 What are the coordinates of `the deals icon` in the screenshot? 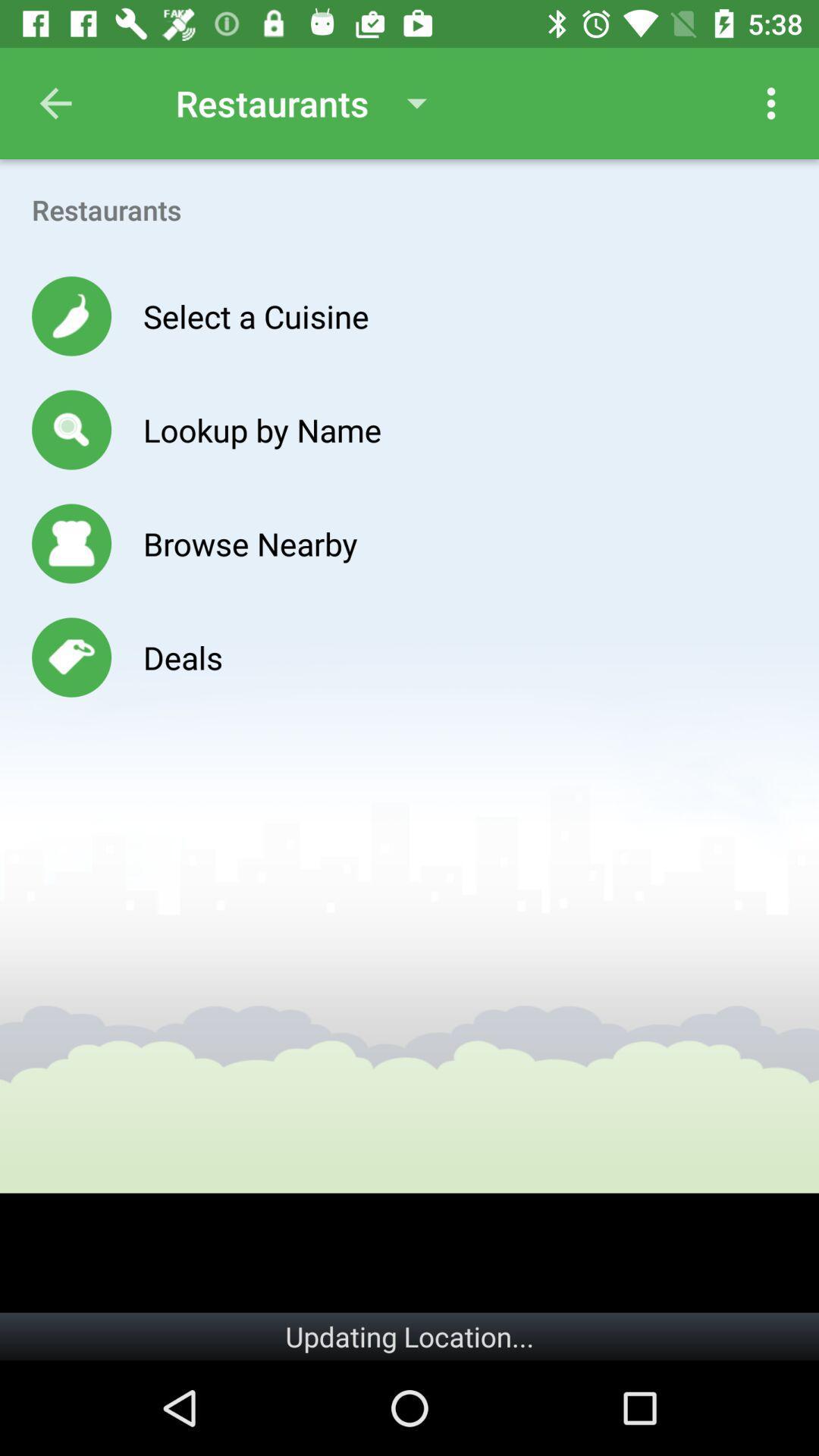 It's located at (182, 657).